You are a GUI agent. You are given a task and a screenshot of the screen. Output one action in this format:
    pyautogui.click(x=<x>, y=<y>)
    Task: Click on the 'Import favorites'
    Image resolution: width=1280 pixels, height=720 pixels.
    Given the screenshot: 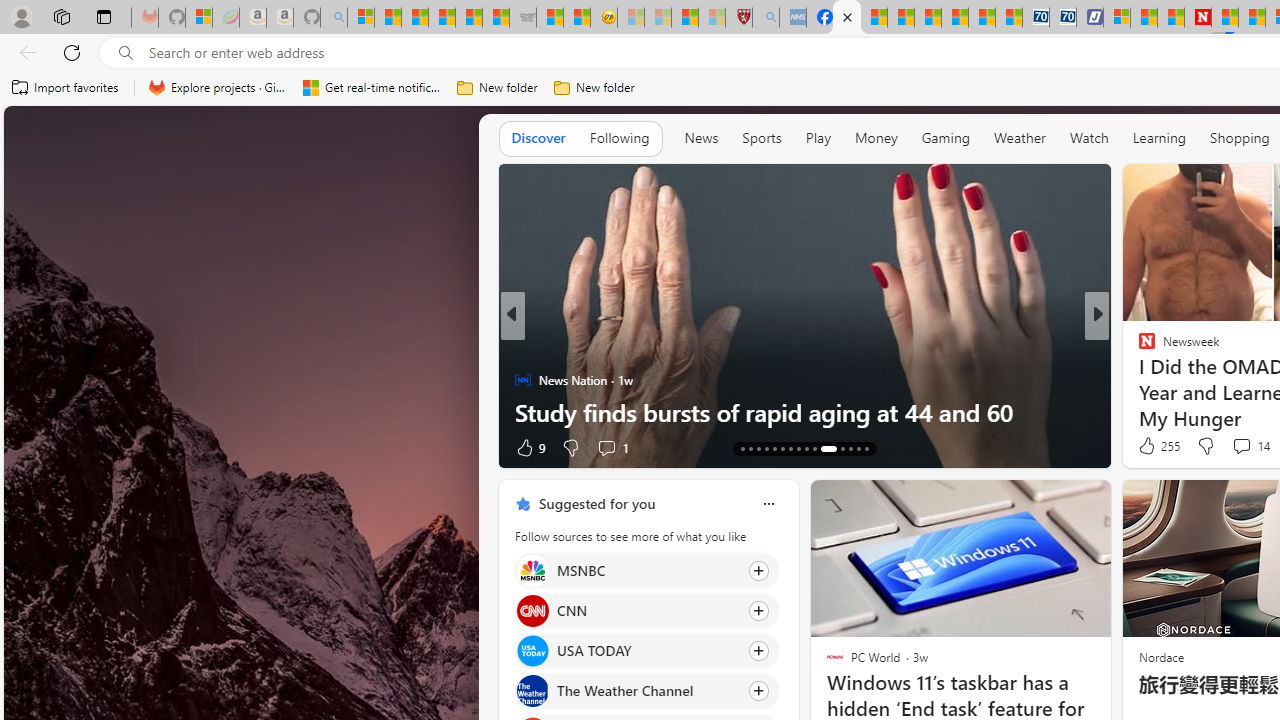 What is the action you would take?
    pyautogui.click(x=65, y=87)
    